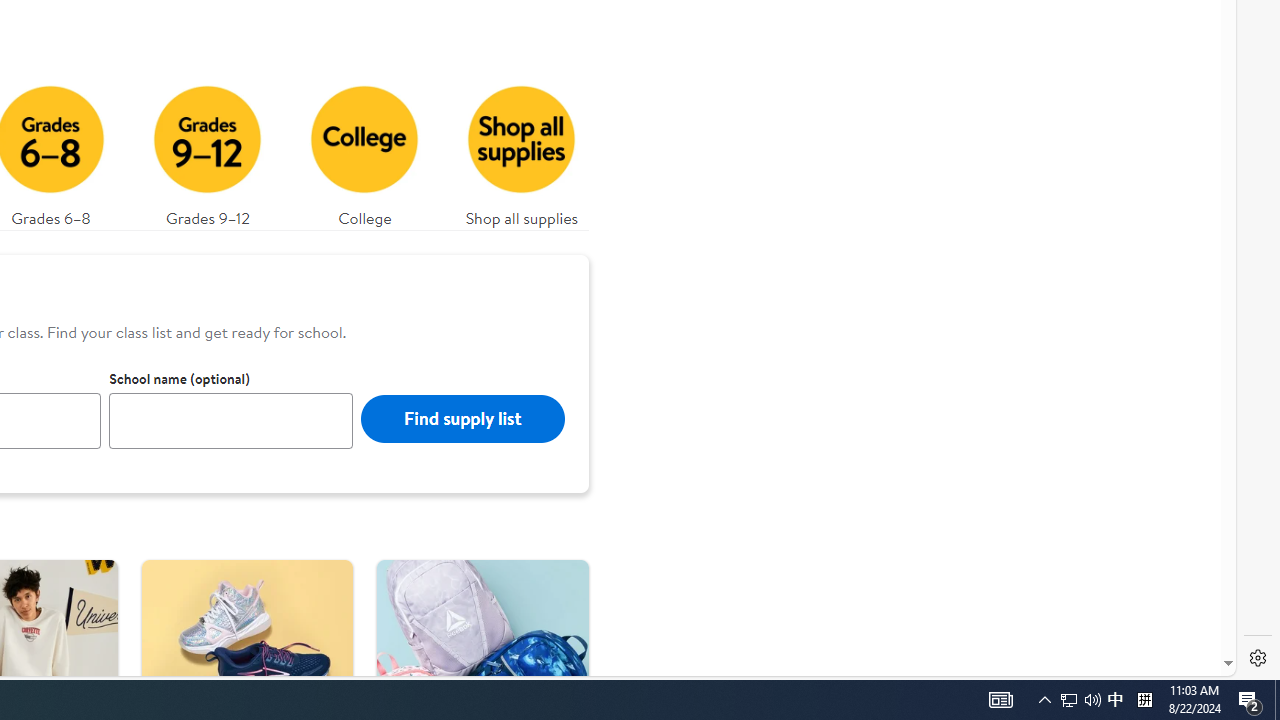 The height and width of the screenshot is (720, 1280). I want to click on 'College', so click(365, 150).